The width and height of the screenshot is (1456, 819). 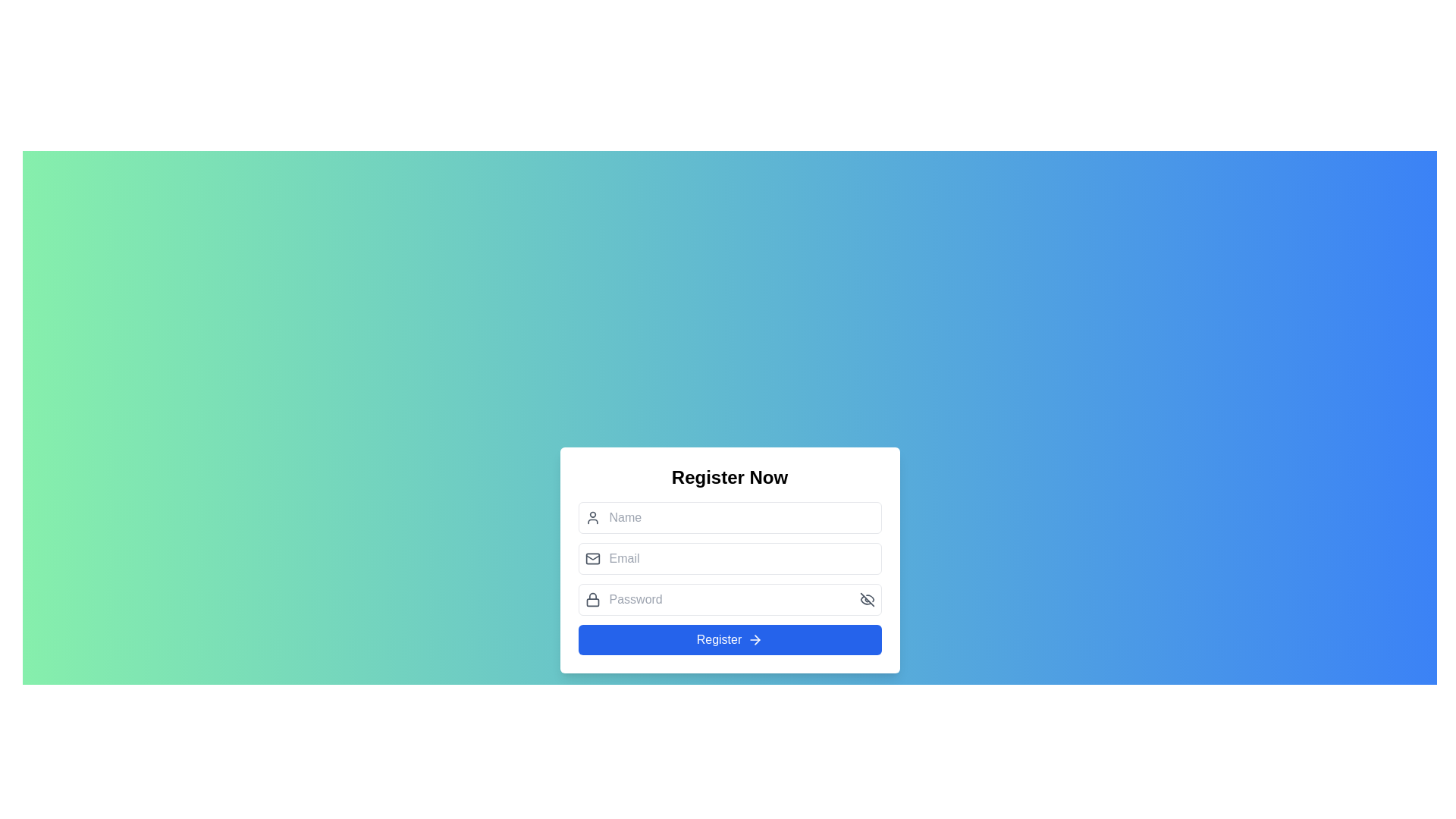 What do you see at coordinates (718, 640) in the screenshot?
I see `the label for the 'Register' button, which is located to the left of the right-facing arrow icon near the bottom of the form` at bounding box center [718, 640].